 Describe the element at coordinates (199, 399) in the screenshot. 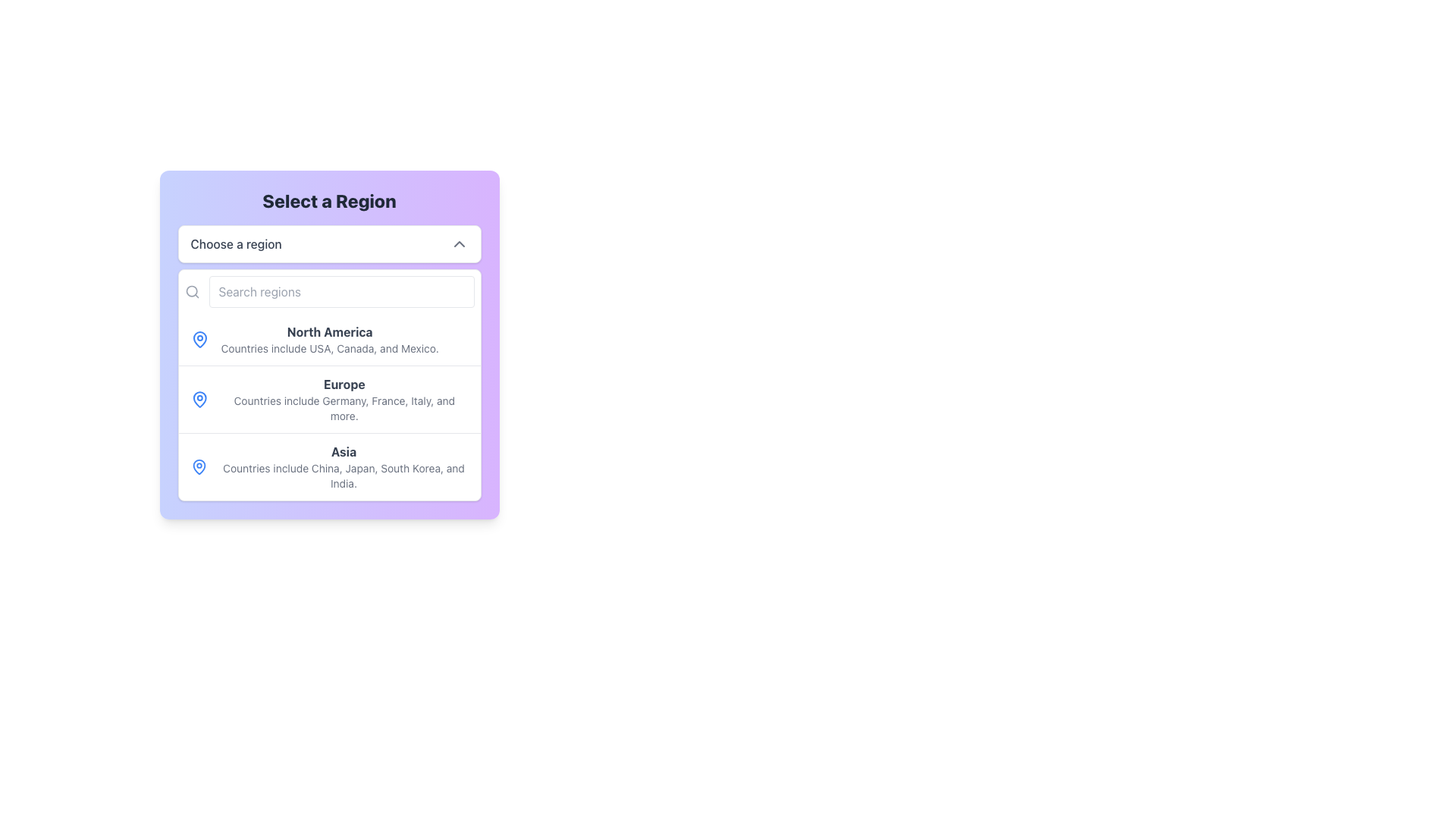

I see `the location marker icon associated with the 'Europe' list item in the region selection dropdown interface` at that location.